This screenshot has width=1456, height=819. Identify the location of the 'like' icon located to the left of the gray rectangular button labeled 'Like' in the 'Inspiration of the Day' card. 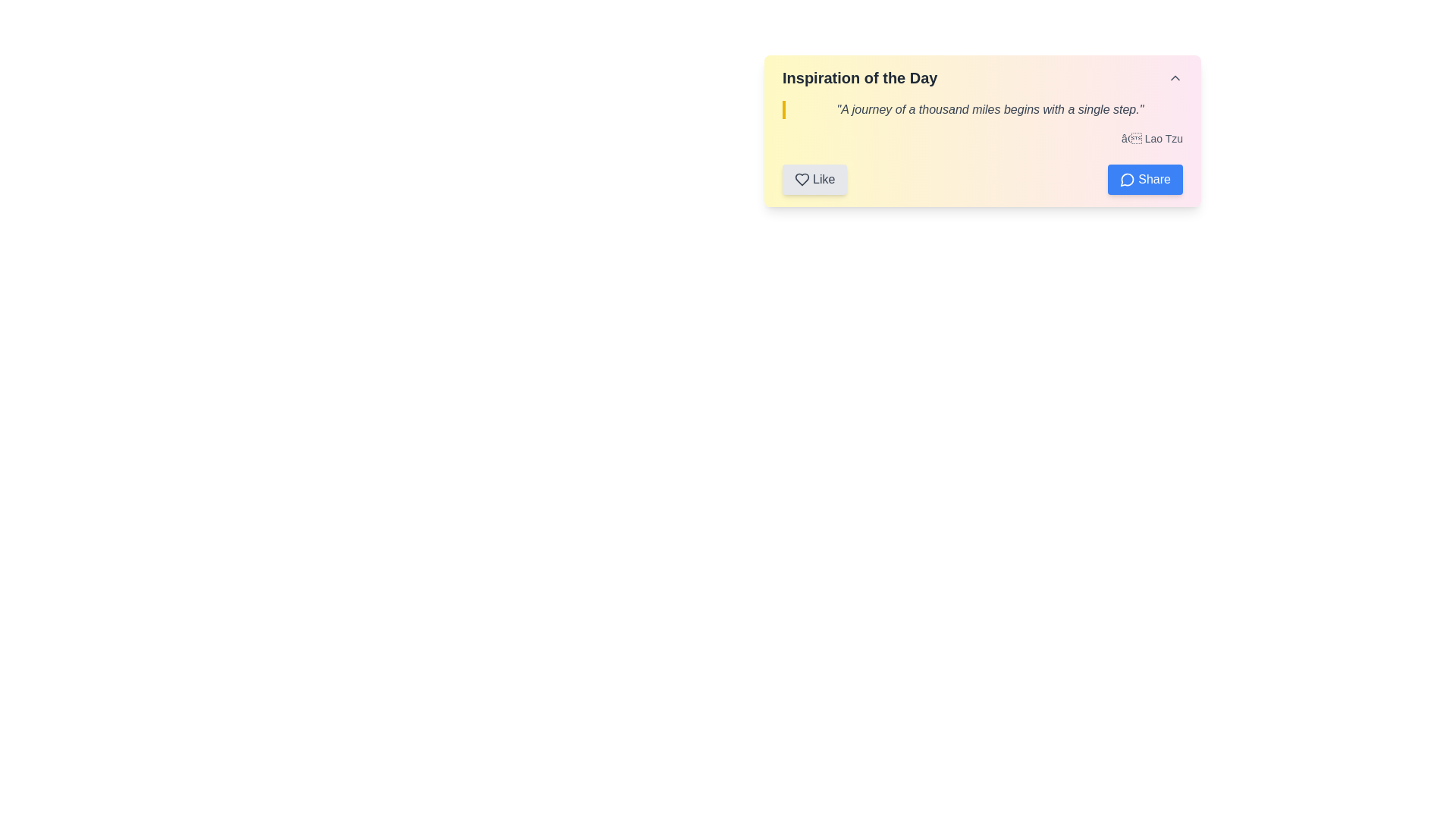
(801, 178).